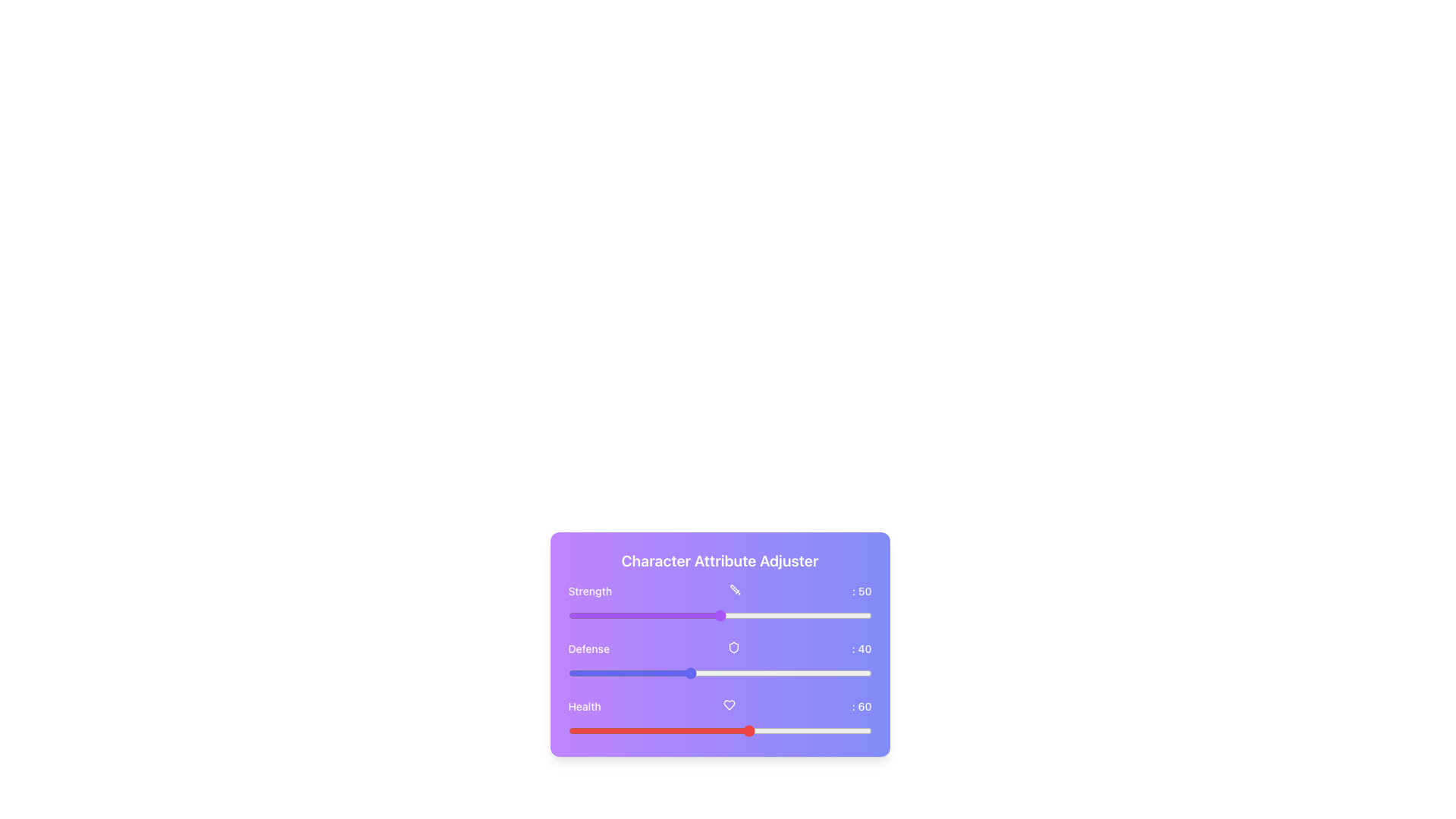 This screenshot has width=1456, height=819. I want to click on the Health icon located adjacent to the 'Health' label and its value ('60') in the 'Character Attribute Adjuster' panel, so click(730, 704).